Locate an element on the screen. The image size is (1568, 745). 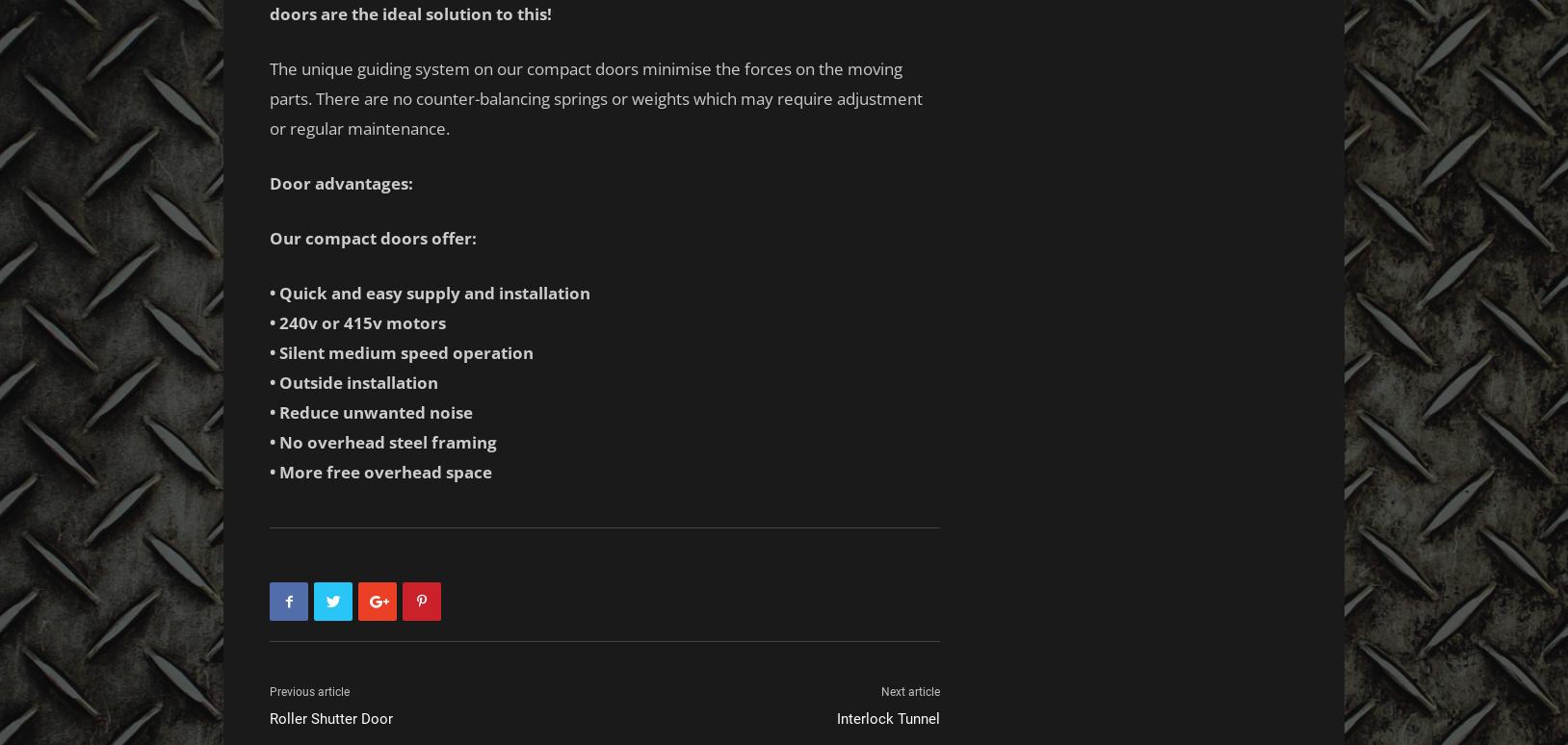
'• More free overhead space' is located at coordinates (380, 472).